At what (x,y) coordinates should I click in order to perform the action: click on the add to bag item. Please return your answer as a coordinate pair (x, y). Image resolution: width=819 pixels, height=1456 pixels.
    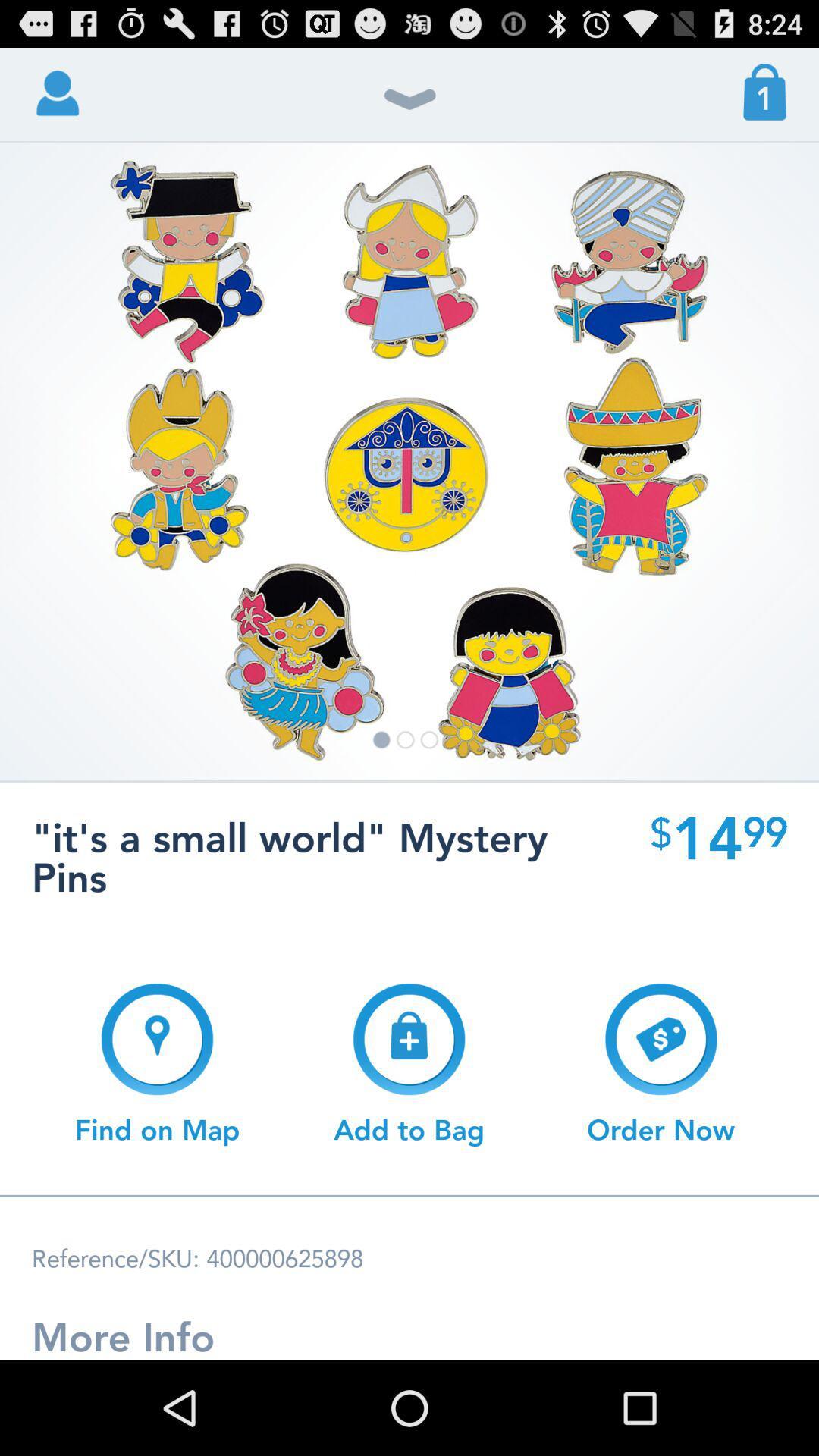
    Looking at the image, I should click on (408, 1063).